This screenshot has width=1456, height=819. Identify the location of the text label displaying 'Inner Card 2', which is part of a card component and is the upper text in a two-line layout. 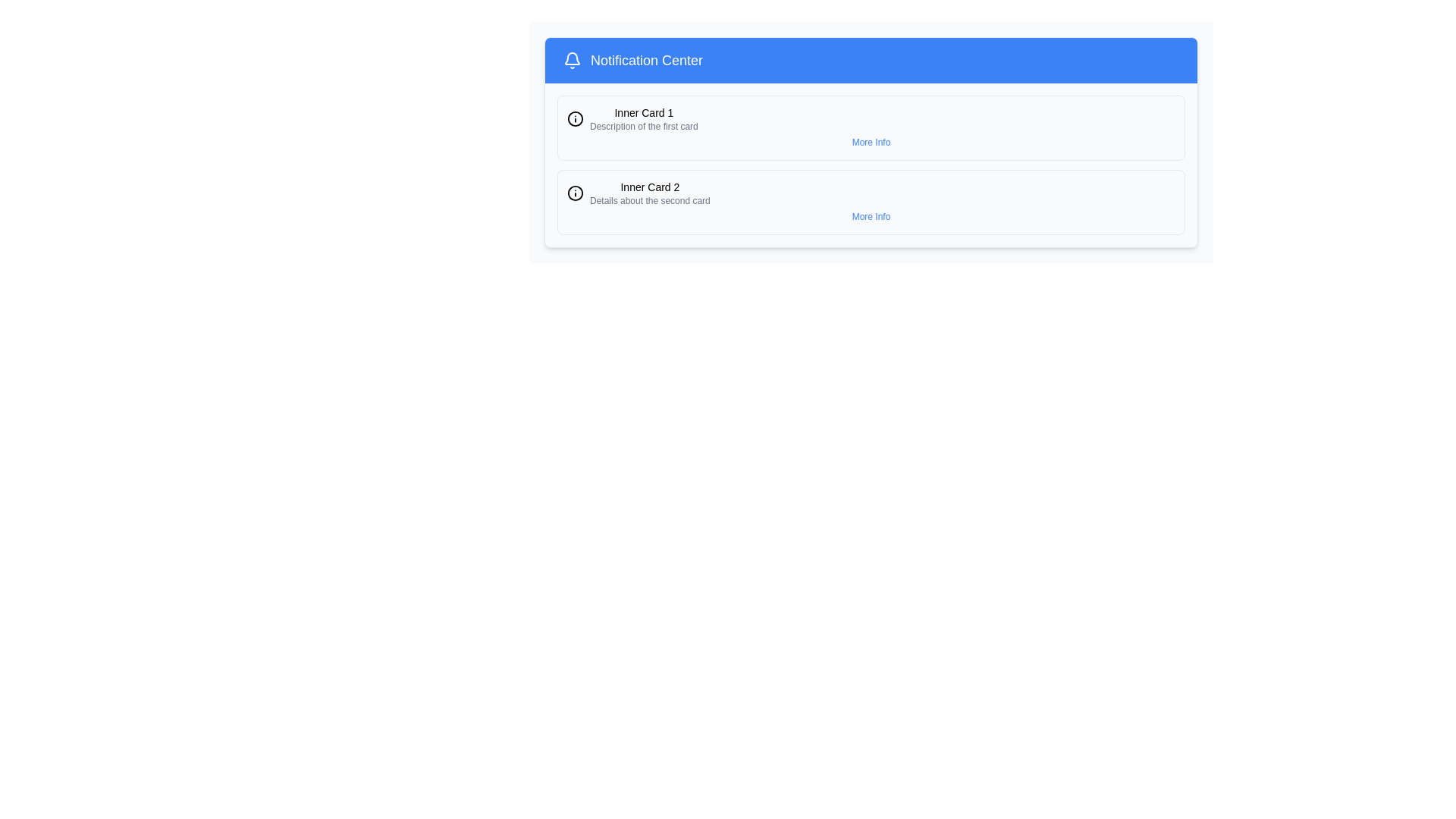
(650, 186).